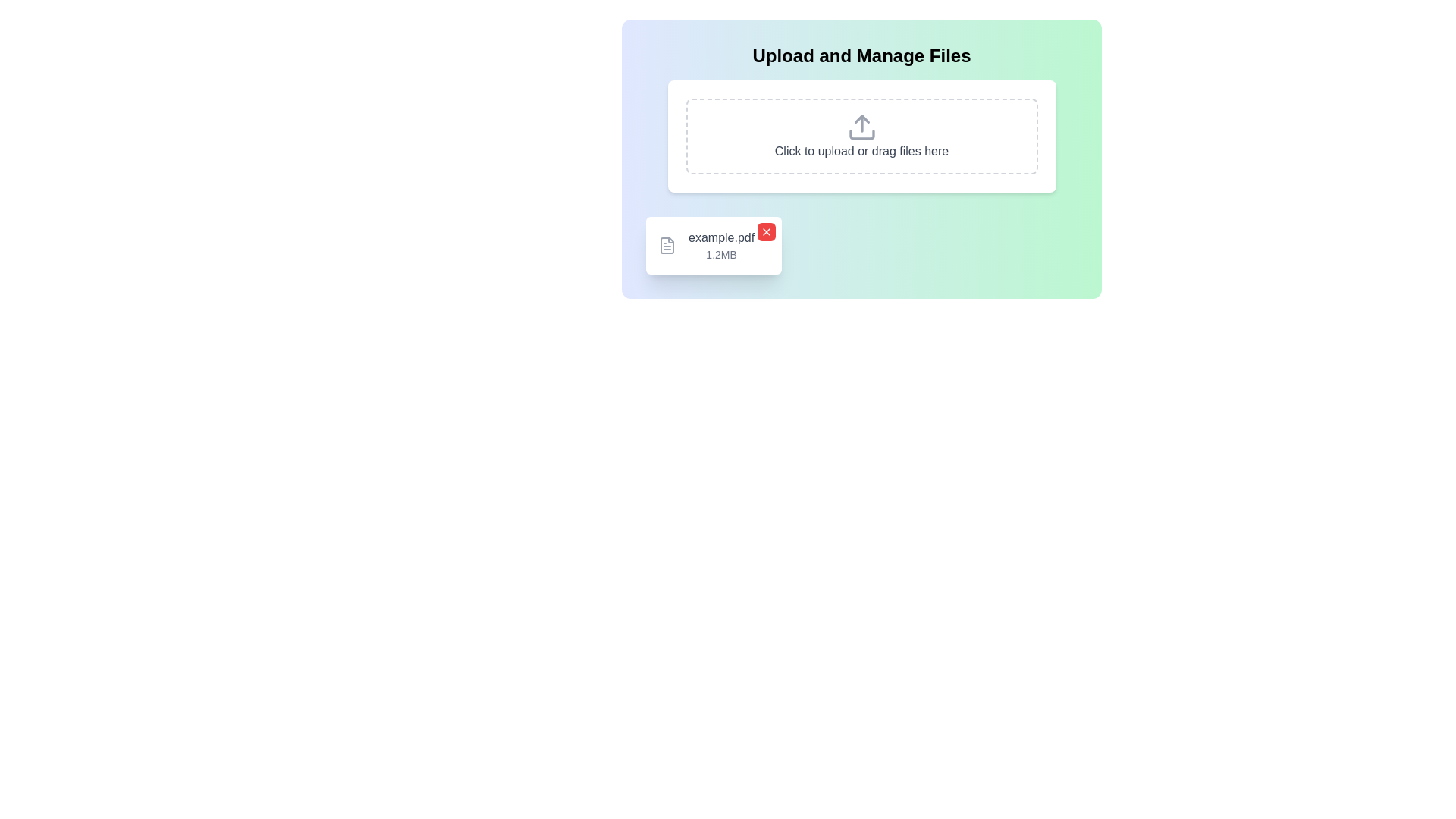  I want to click on files onto the interactive file upload dropzone, which features a dashed border and the text 'Click, so click(861, 136).